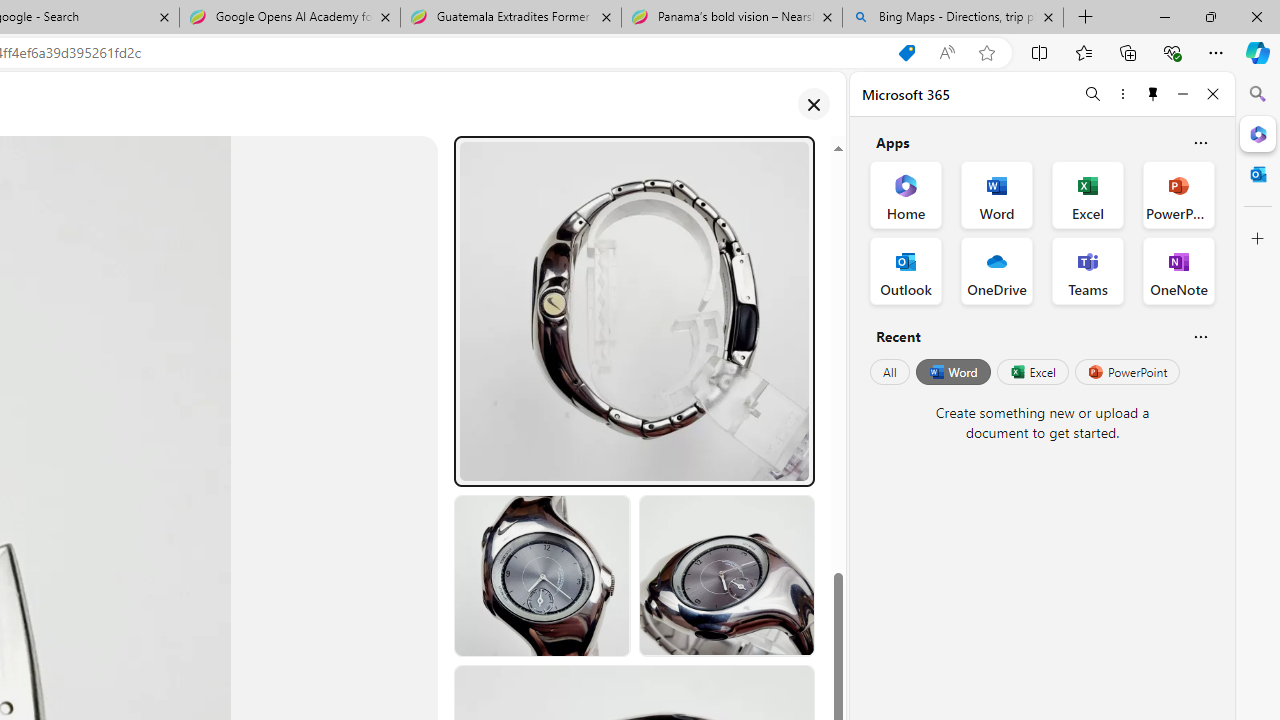  What do you see at coordinates (289, 17) in the screenshot?
I see `'Google Opens AI Academy for Startups - Nearshore Americas'` at bounding box center [289, 17].